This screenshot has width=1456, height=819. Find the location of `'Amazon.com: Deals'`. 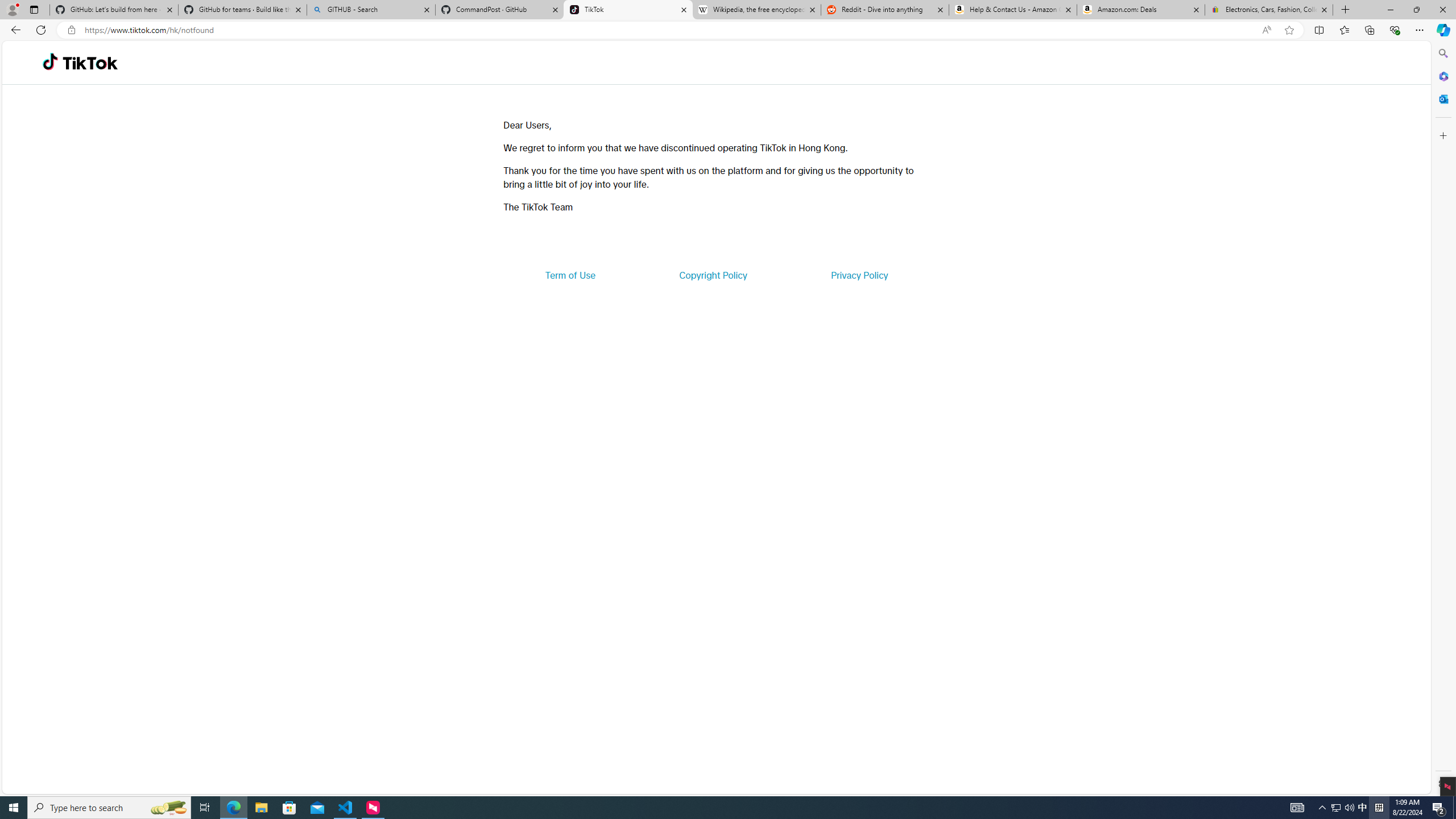

'Amazon.com: Deals' is located at coordinates (1140, 9).